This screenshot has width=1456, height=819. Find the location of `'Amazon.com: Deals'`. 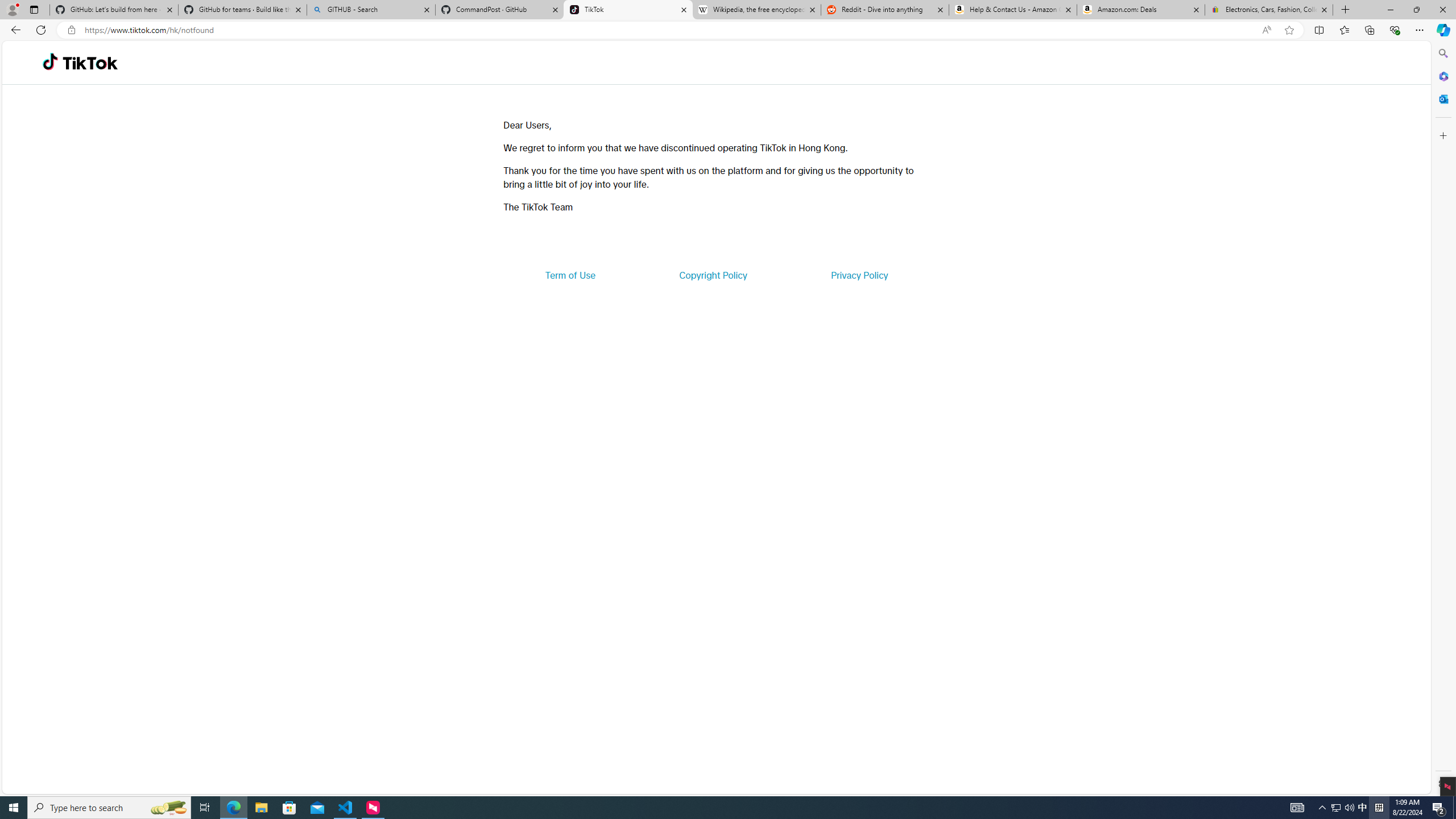

'Amazon.com: Deals' is located at coordinates (1140, 9).